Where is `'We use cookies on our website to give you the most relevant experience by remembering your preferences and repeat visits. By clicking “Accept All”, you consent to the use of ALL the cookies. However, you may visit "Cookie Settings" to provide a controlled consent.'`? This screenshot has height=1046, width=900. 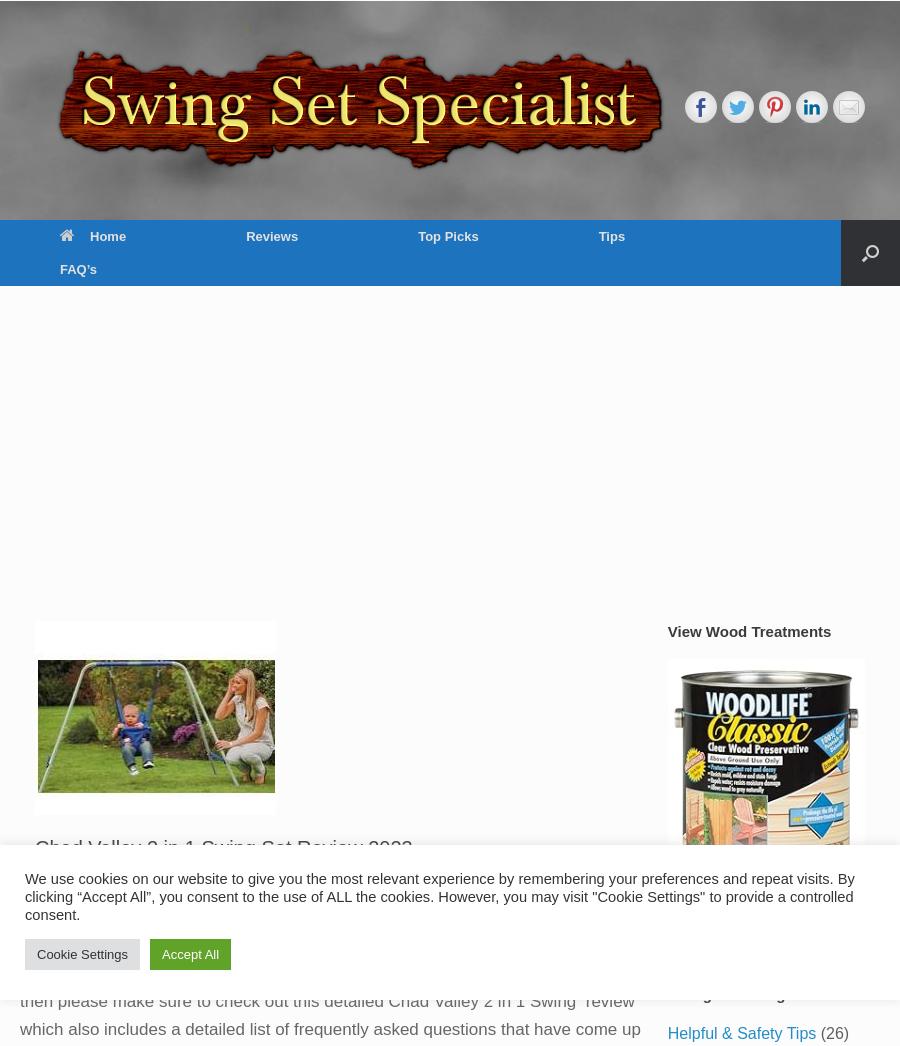
'We use cookies on our website to give you the most relevant experience by remembering your preferences and repeat visits. By clicking “Accept All”, you consent to the use of ALL the cookies. However, you may visit "Cookie Settings" to provide a controlled consent.' is located at coordinates (439, 897).